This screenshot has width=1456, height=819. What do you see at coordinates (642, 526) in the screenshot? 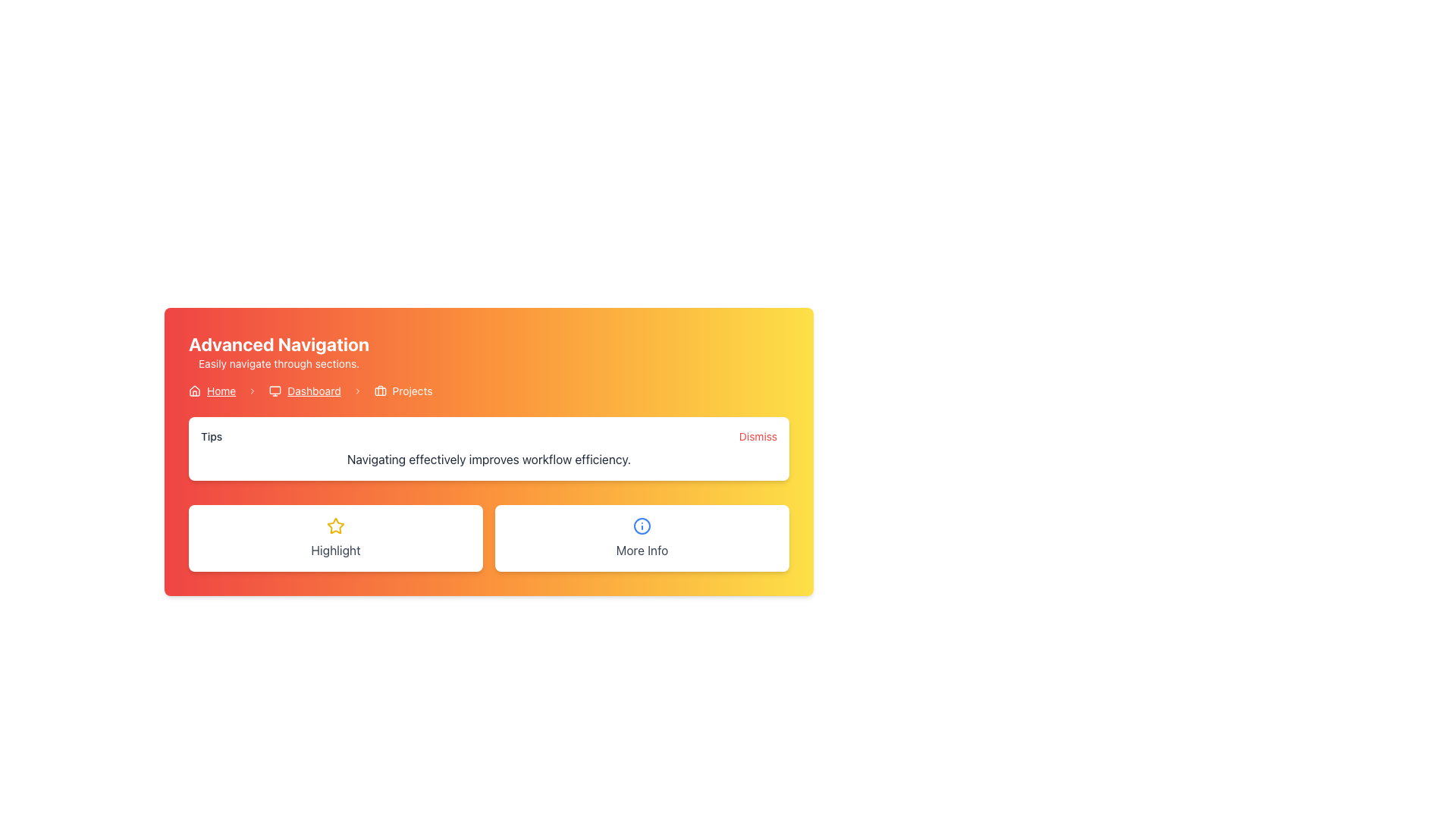
I see `the circular graphical element within the 'More Info' button, which serves as a visual indicator for additional information` at bounding box center [642, 526].